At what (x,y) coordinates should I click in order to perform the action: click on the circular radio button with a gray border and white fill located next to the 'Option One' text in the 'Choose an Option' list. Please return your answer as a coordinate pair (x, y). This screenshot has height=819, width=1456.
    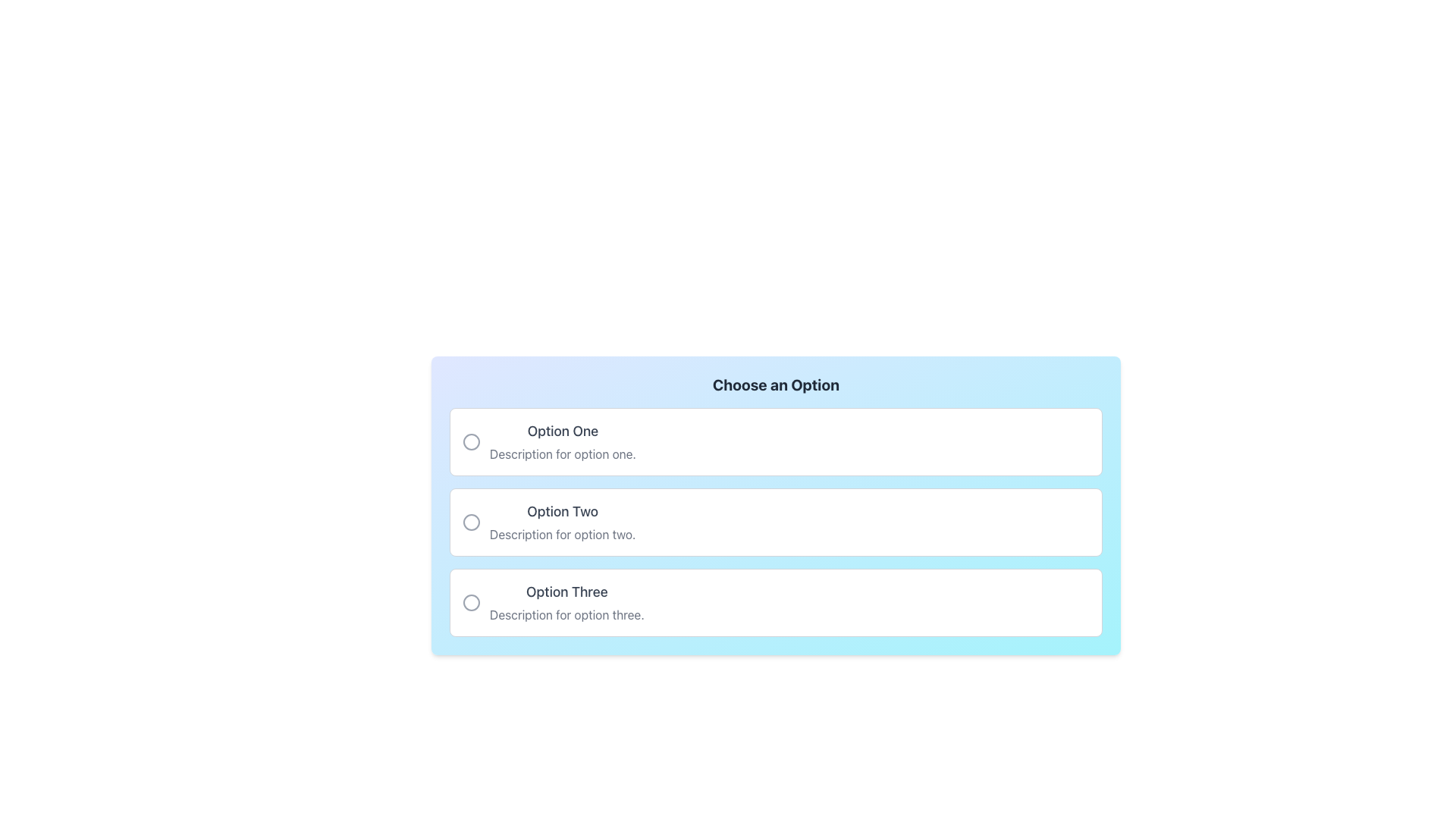
    Looking at the image, I should click on (471, 441).